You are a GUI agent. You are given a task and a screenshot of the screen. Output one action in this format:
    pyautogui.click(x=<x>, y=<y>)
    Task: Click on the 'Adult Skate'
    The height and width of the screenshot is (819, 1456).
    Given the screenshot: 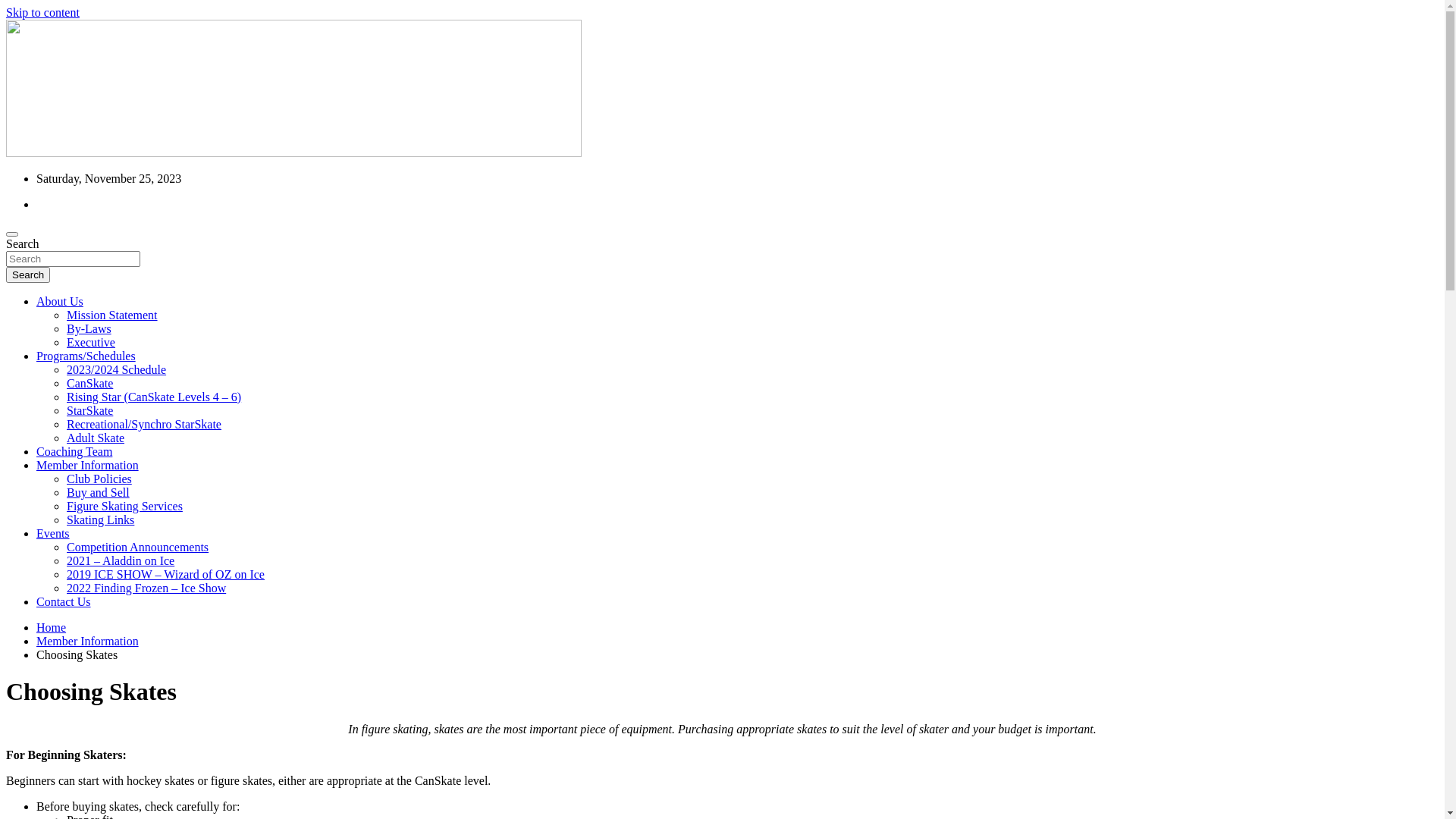 What is the action you would take?
    pyautogui.click(x=65, y=438)
    